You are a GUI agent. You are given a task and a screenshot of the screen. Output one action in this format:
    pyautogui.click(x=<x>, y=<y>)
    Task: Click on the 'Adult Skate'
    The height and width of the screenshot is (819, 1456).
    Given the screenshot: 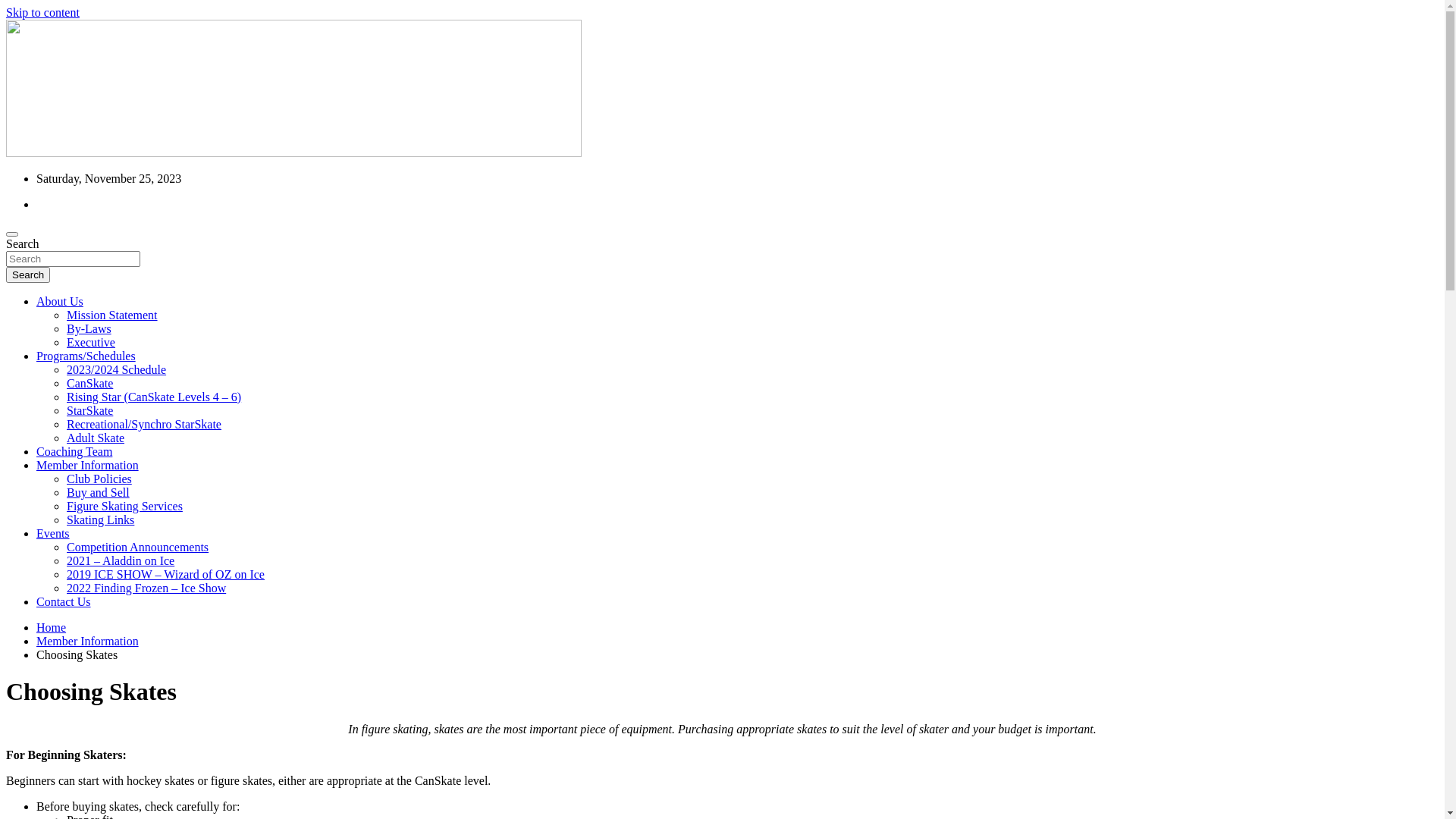 What is the action you would take?
    pyautogui.click(x=65, y=438)
    